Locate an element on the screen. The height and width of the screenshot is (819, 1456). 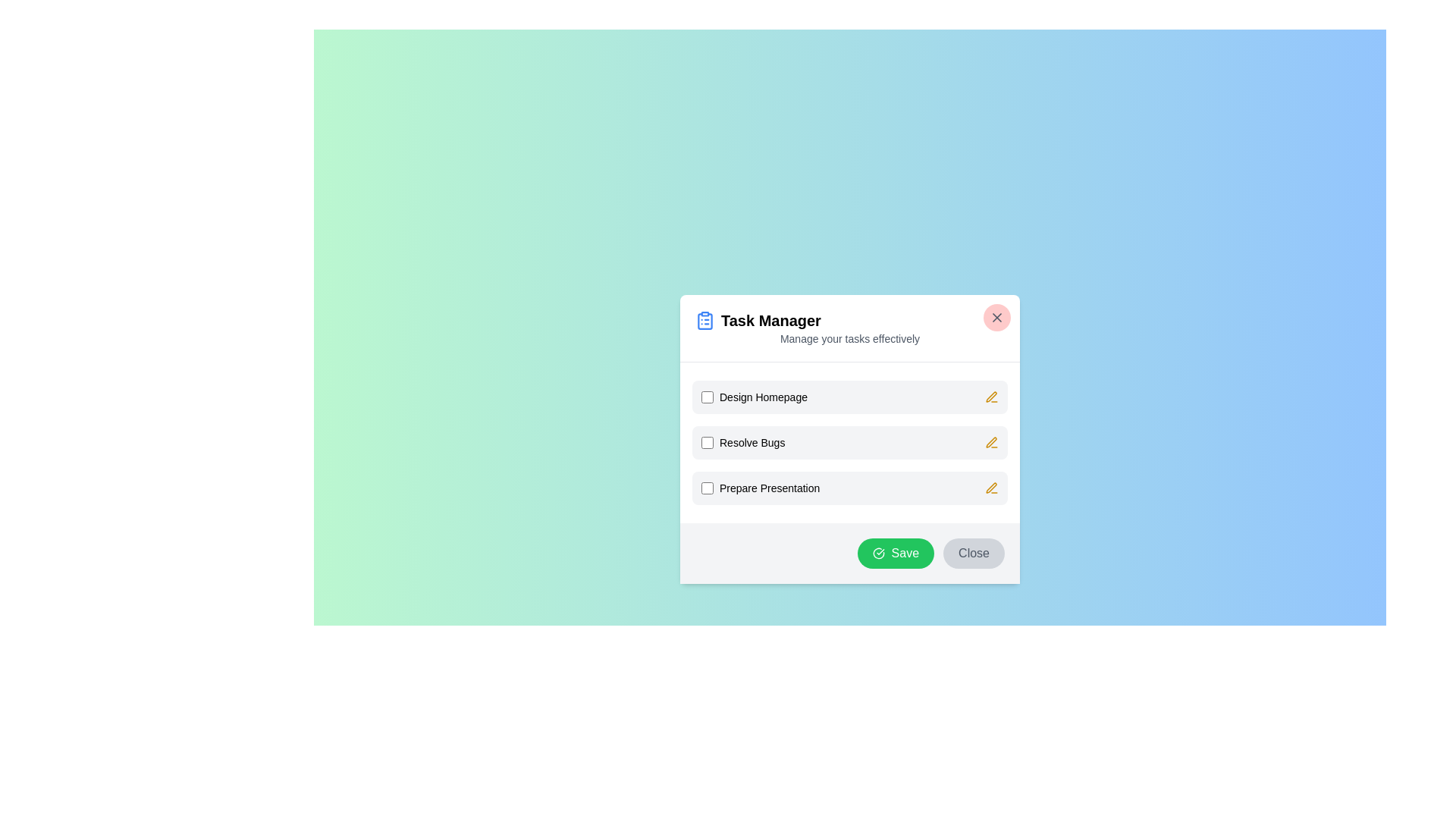
the save button located in the bottom-right area of the task management interface to observe the hover effect is located at coordinates (896, 553).